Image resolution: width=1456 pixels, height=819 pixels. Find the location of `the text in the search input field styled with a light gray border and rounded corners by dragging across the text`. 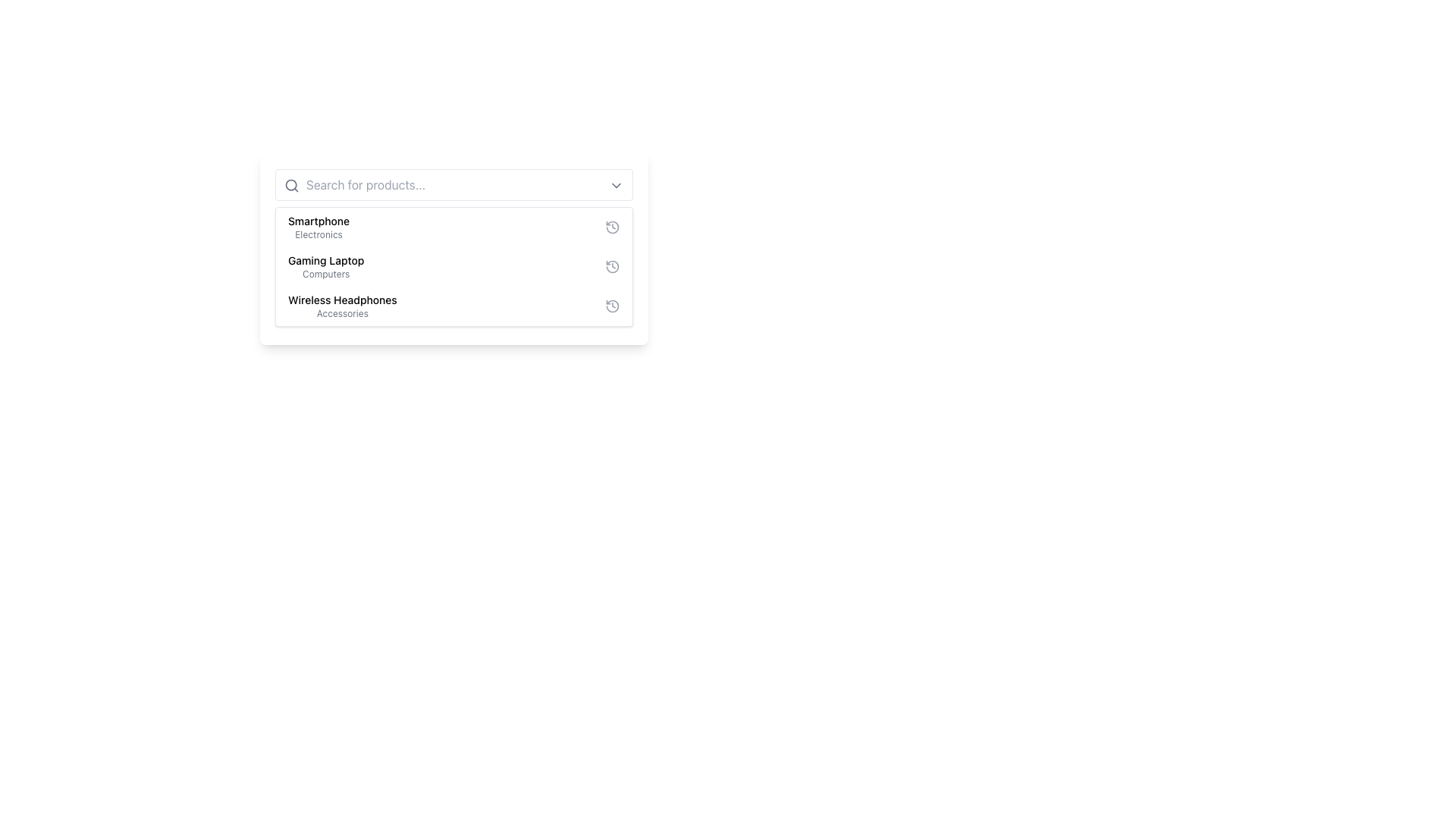

the text in the search input field styled with a light gray border and rounded corners by dragging across the text is located at coordinates (453, 184).